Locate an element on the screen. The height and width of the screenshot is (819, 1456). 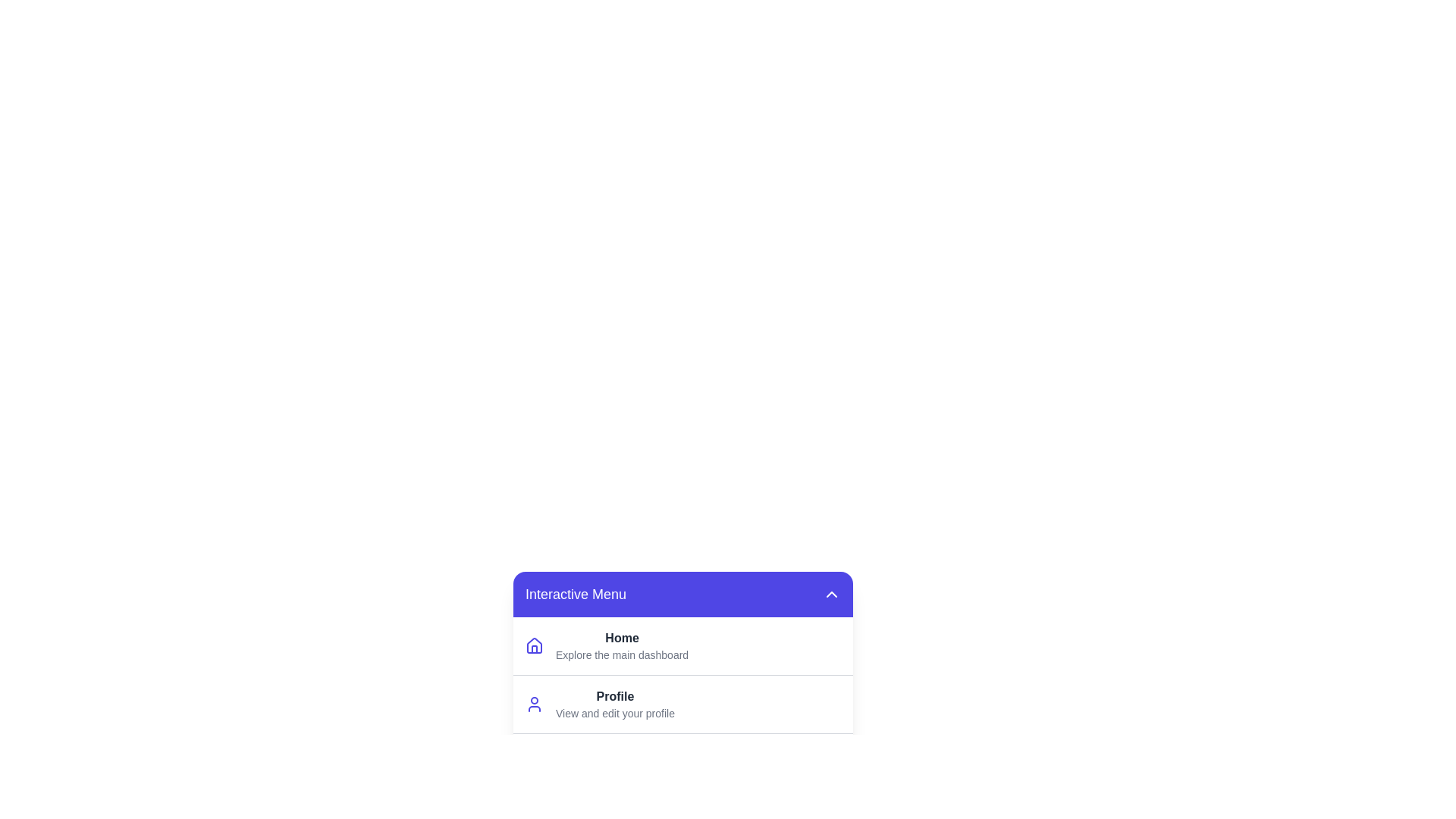
the menu item Profile to view its details is located at coordinates (615, 696).